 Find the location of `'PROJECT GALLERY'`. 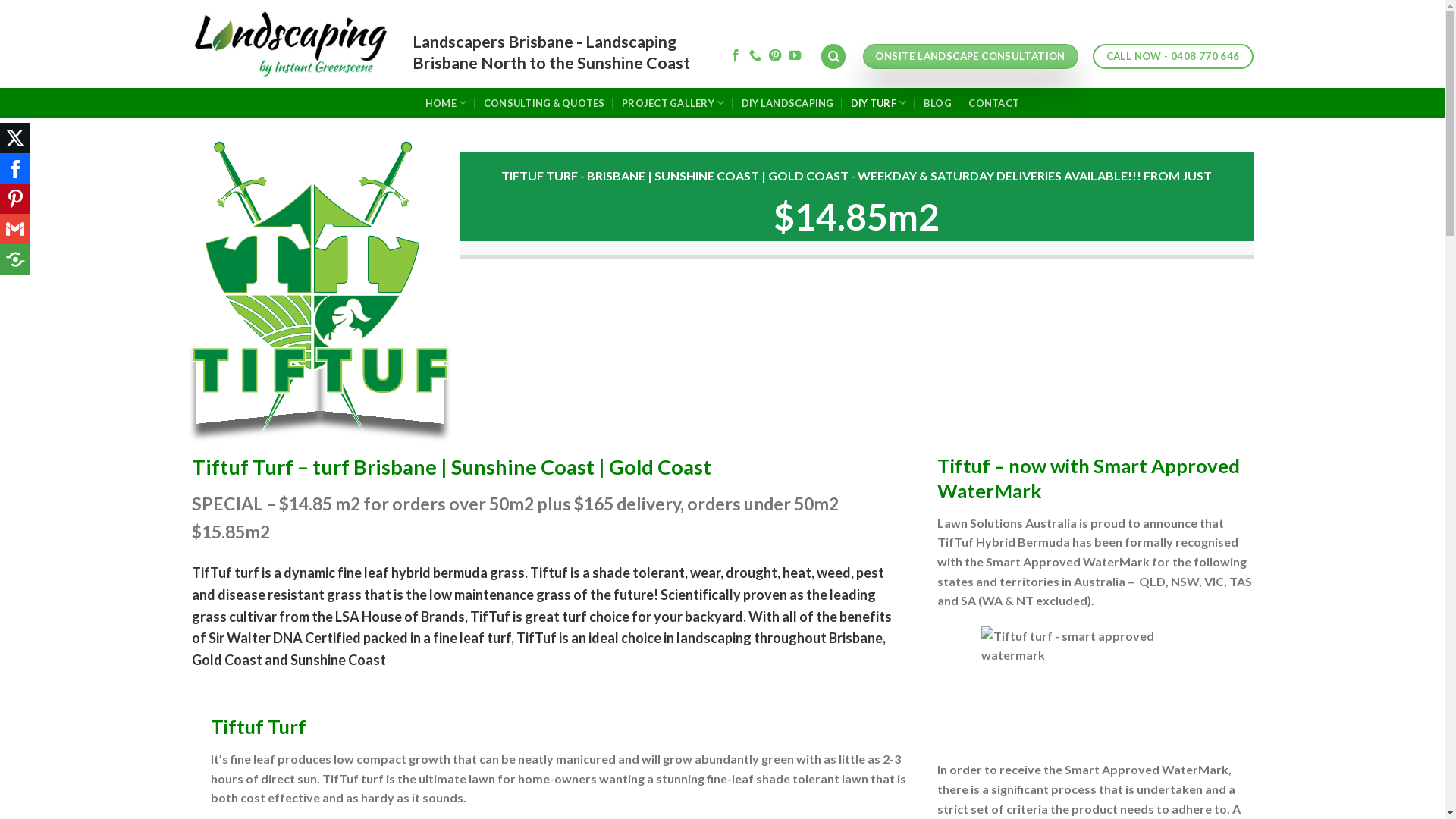

'PROJECT GALLERY' is located at coordinates (672, 102).